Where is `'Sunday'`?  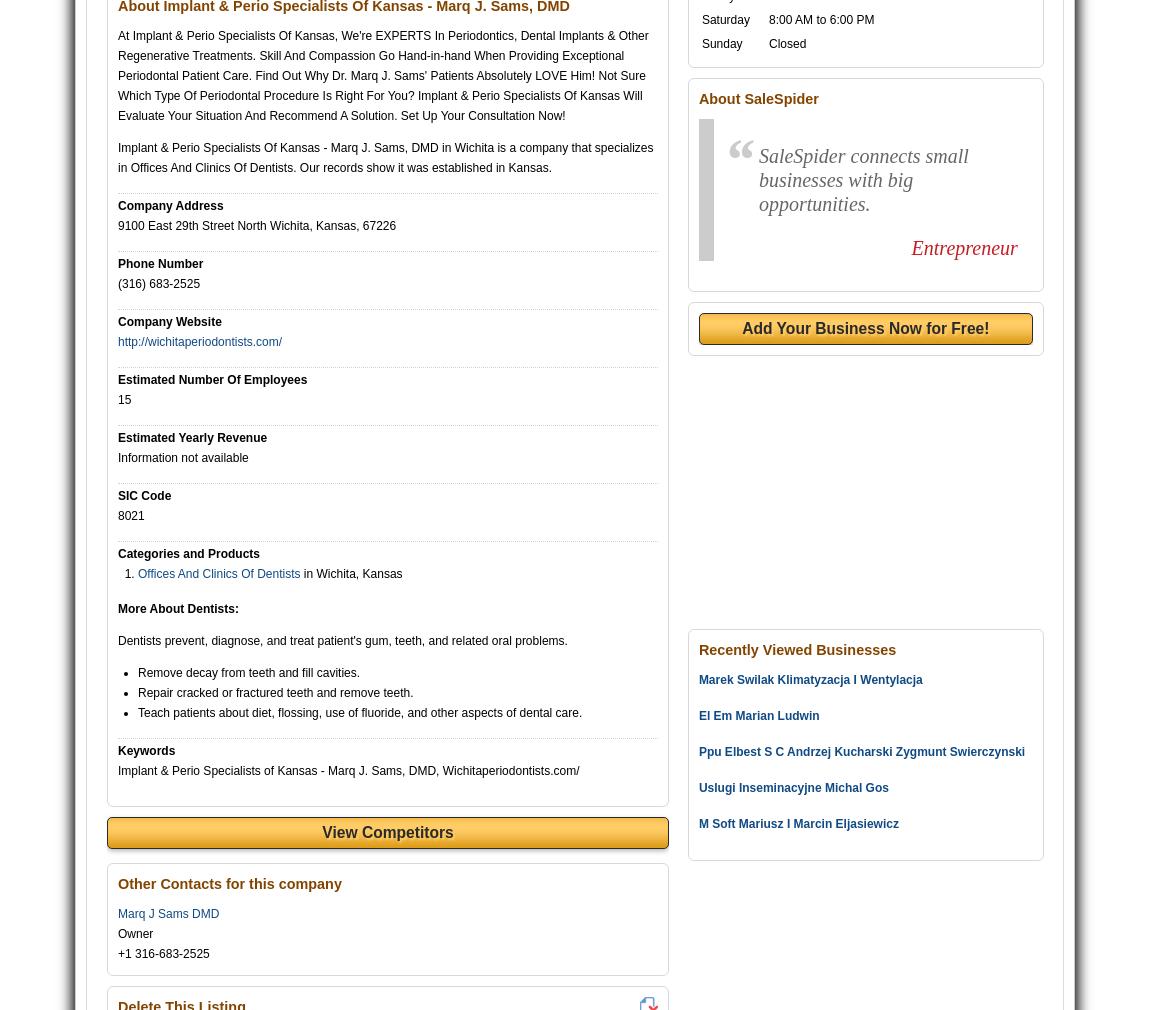 'Sunday' is located at coordinates (720, 43).